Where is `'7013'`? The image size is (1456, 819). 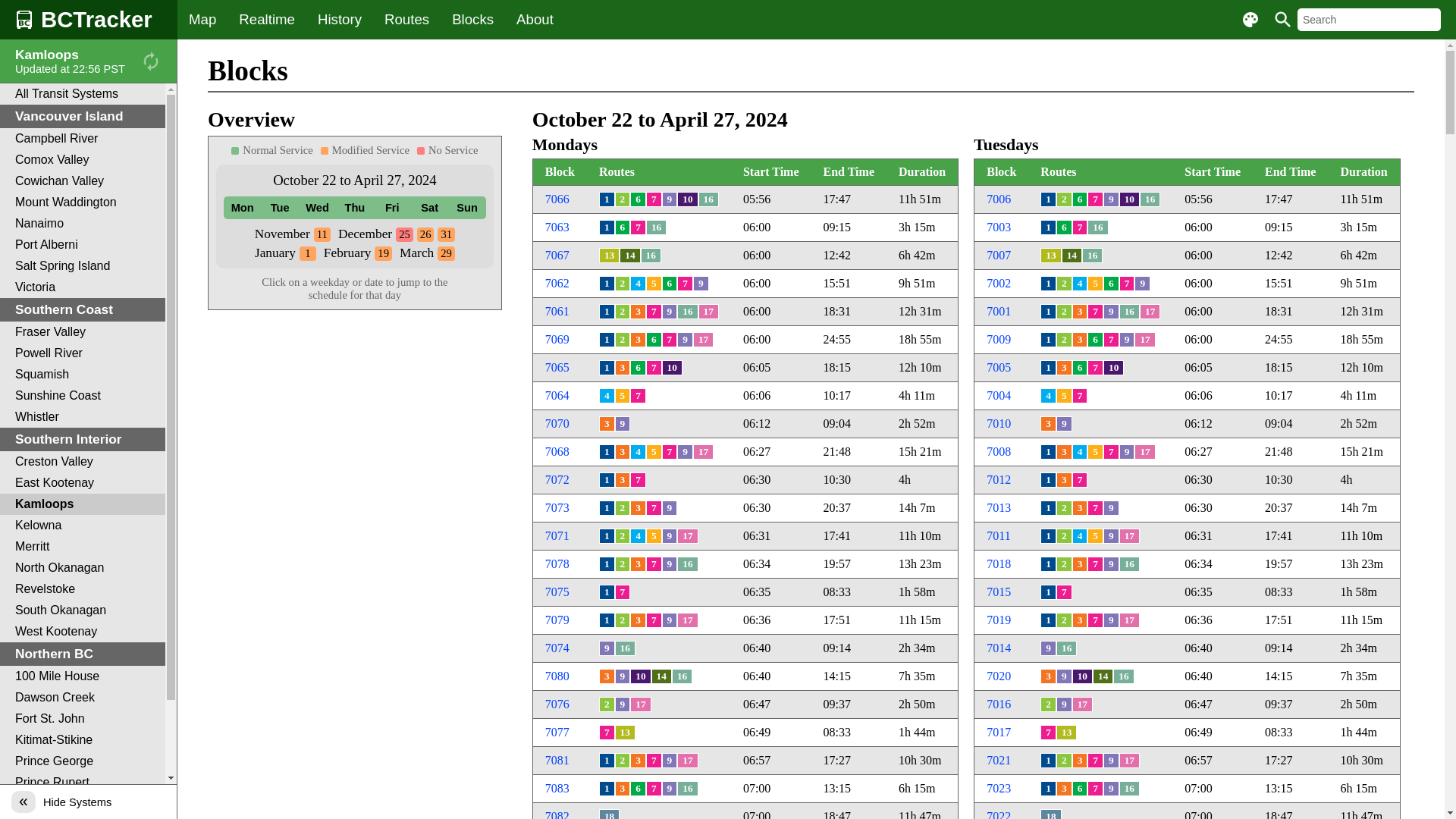 '7013' is located at coordinates (986, 507).